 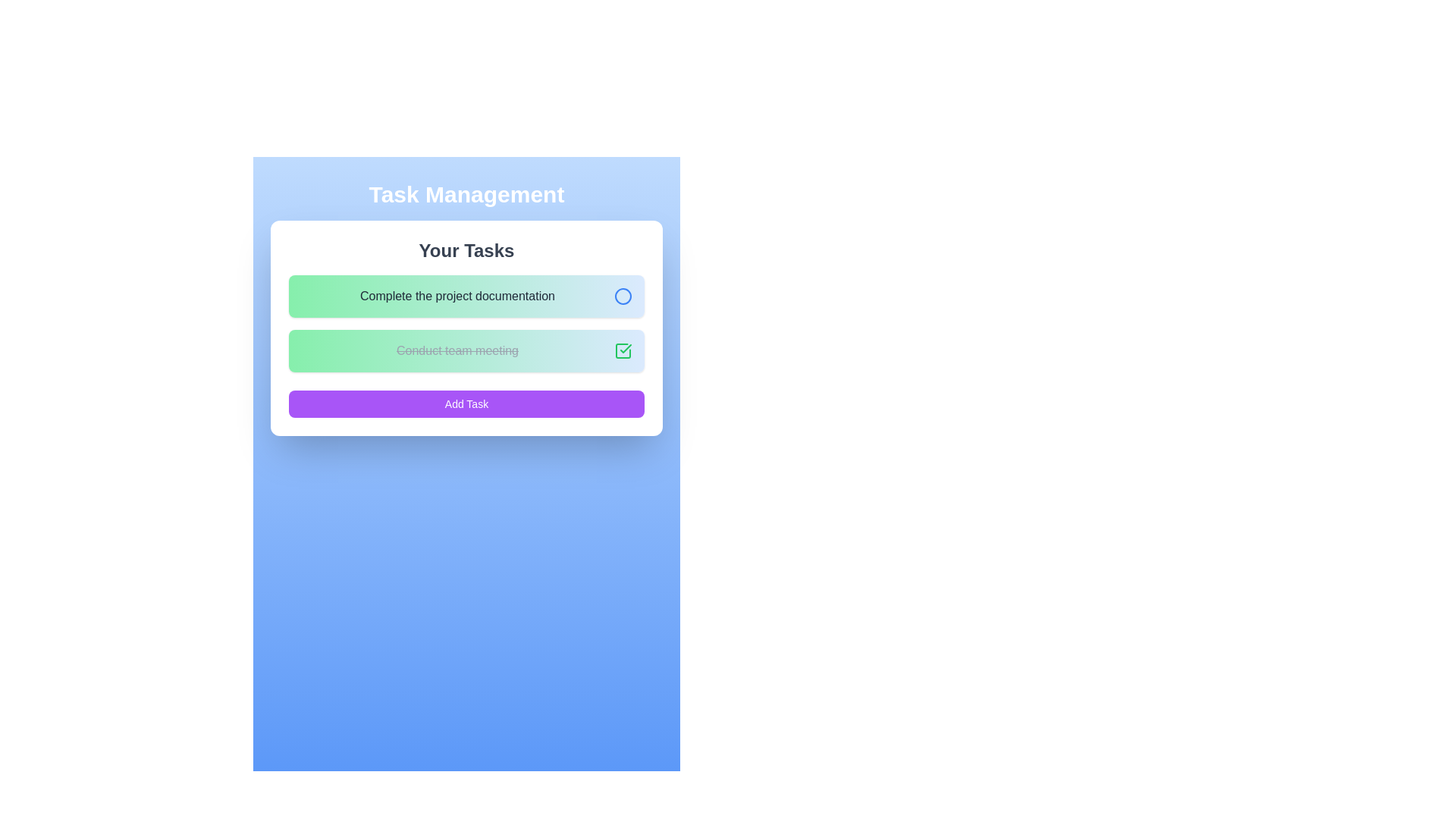 I want to click on the checkbox located towards the right side of the task item titled 'Conduct team meeting', so click(x=623, y=350).